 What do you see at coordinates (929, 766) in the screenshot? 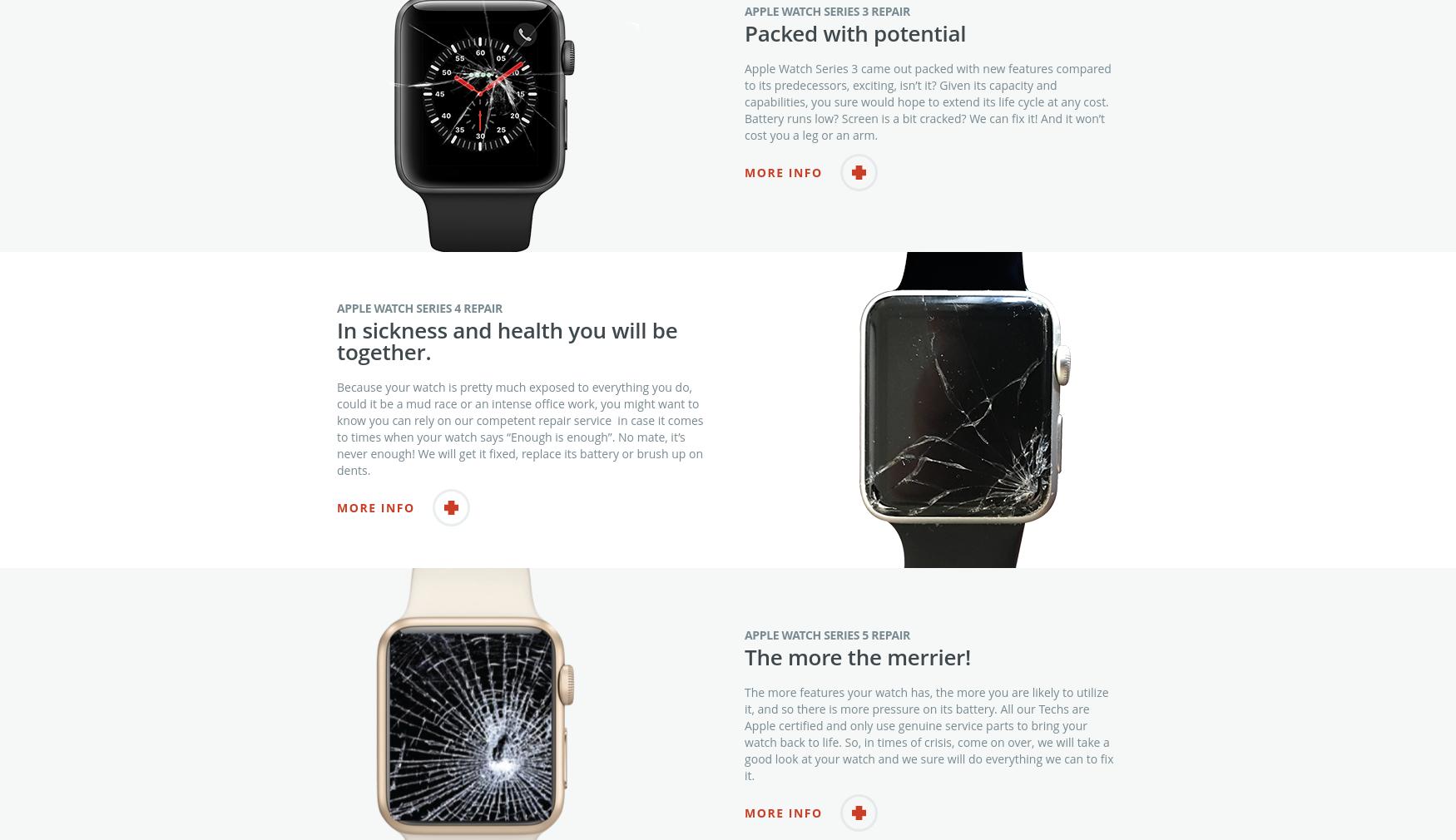
I see `'The more features your watch has, the more you are likely to utilize it, and so there is more pressure on its battery. All our Techs are Apple certified and only use genuine service parts to bring your watch back to life. So, in times of crisis, come on over, we will take a good look at your watch and we sure will do everything we can to fix it.'` at bounding box center [929, 766].